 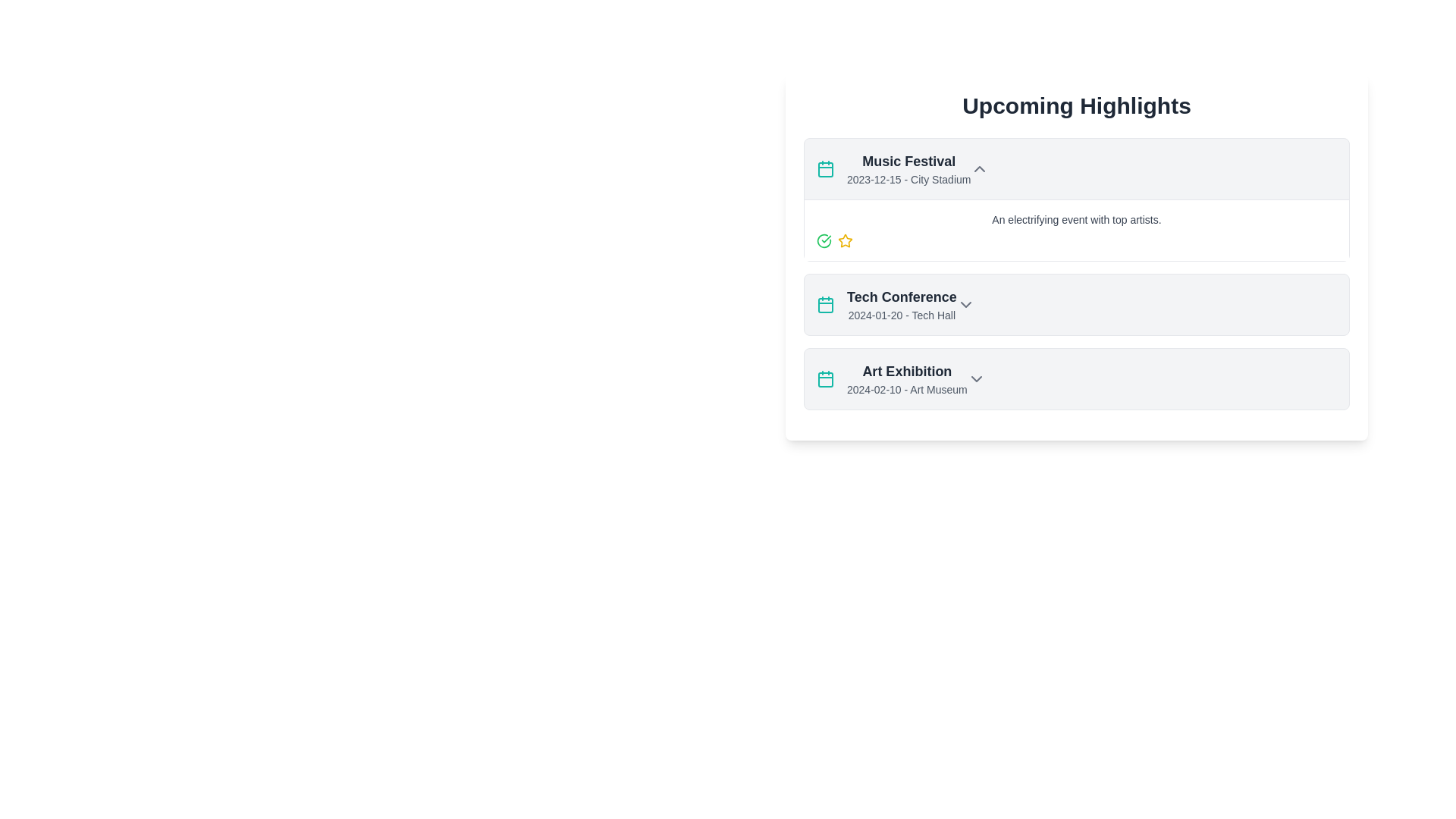 What do you see at coordinates (825, 169) in the screenshot?
I see `the small rounded rectangle icon within the SVG calendar illustration, located in the top-left corner of the first event entry next to the 'Music Festival' title` at bounding box center [825, 169].